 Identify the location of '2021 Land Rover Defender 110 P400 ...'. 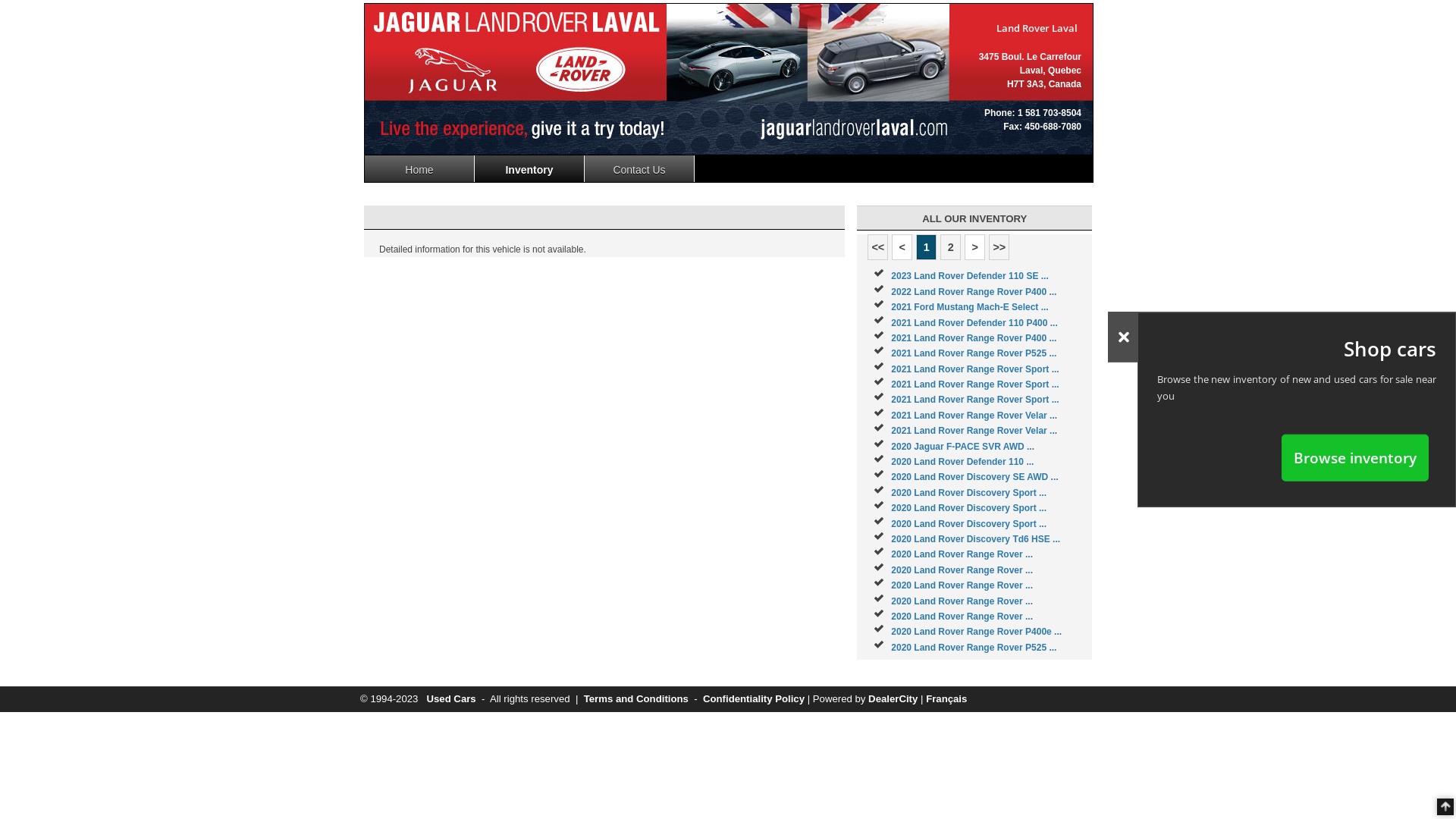
(891, 321).